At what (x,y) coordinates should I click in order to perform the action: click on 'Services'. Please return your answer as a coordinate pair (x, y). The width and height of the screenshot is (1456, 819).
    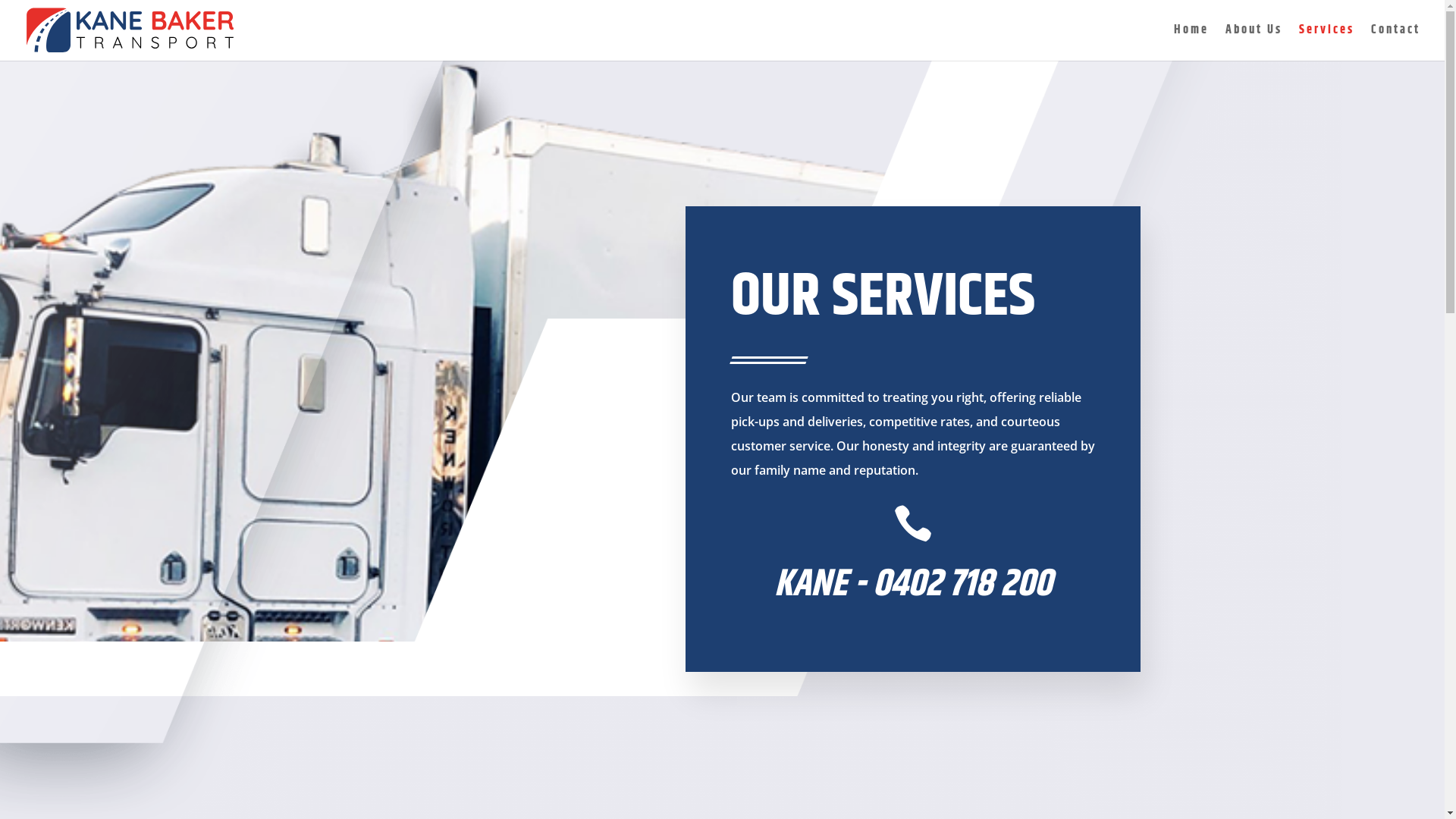
    Looking at the image, I should click on (1326, 42).